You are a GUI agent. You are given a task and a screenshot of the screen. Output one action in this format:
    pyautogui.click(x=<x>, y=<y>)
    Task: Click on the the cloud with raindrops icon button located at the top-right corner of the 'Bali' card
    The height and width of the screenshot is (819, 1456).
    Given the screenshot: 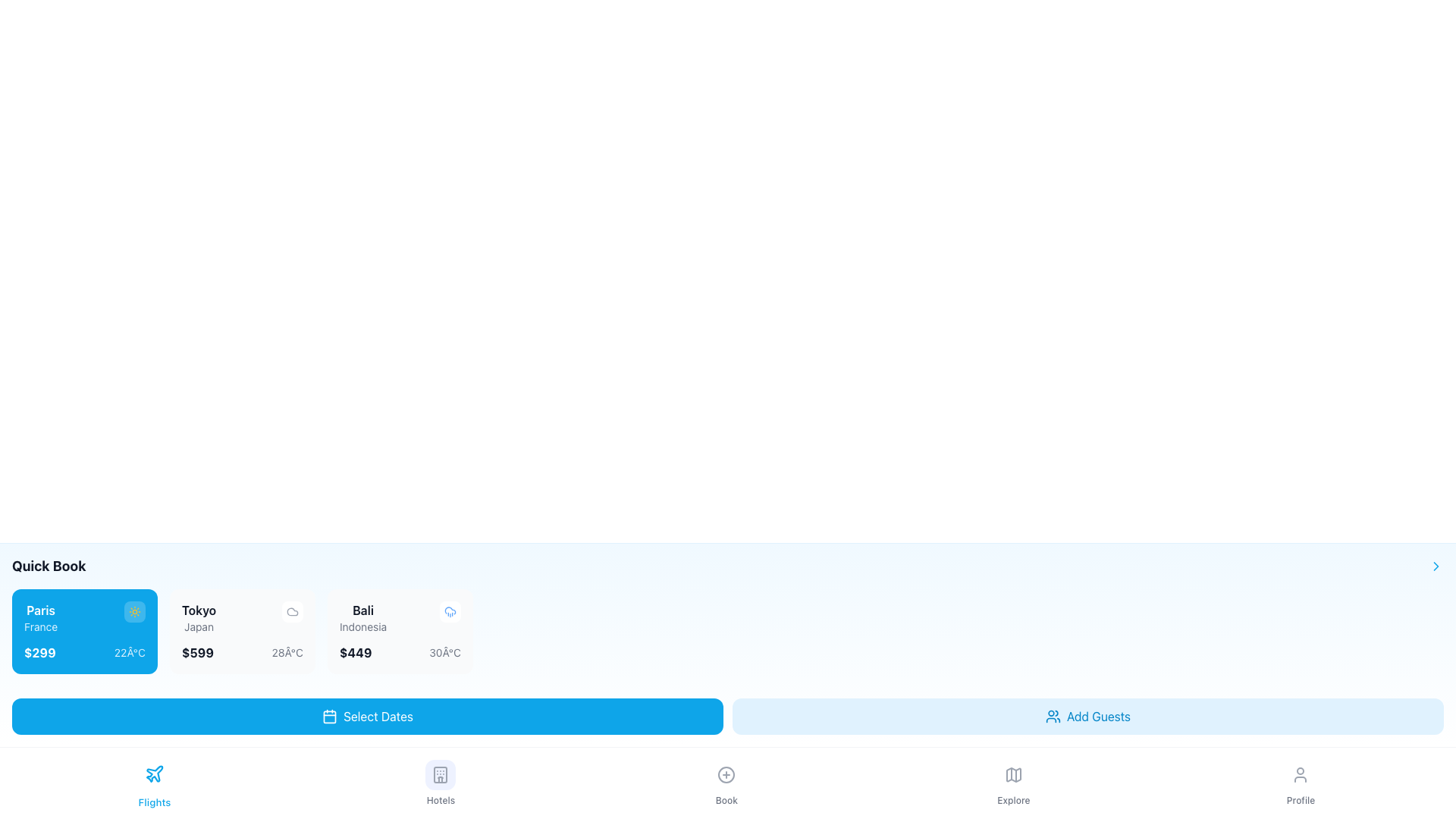 What is the action you would take?
    pyautogui.click(x=450, y=610)
    